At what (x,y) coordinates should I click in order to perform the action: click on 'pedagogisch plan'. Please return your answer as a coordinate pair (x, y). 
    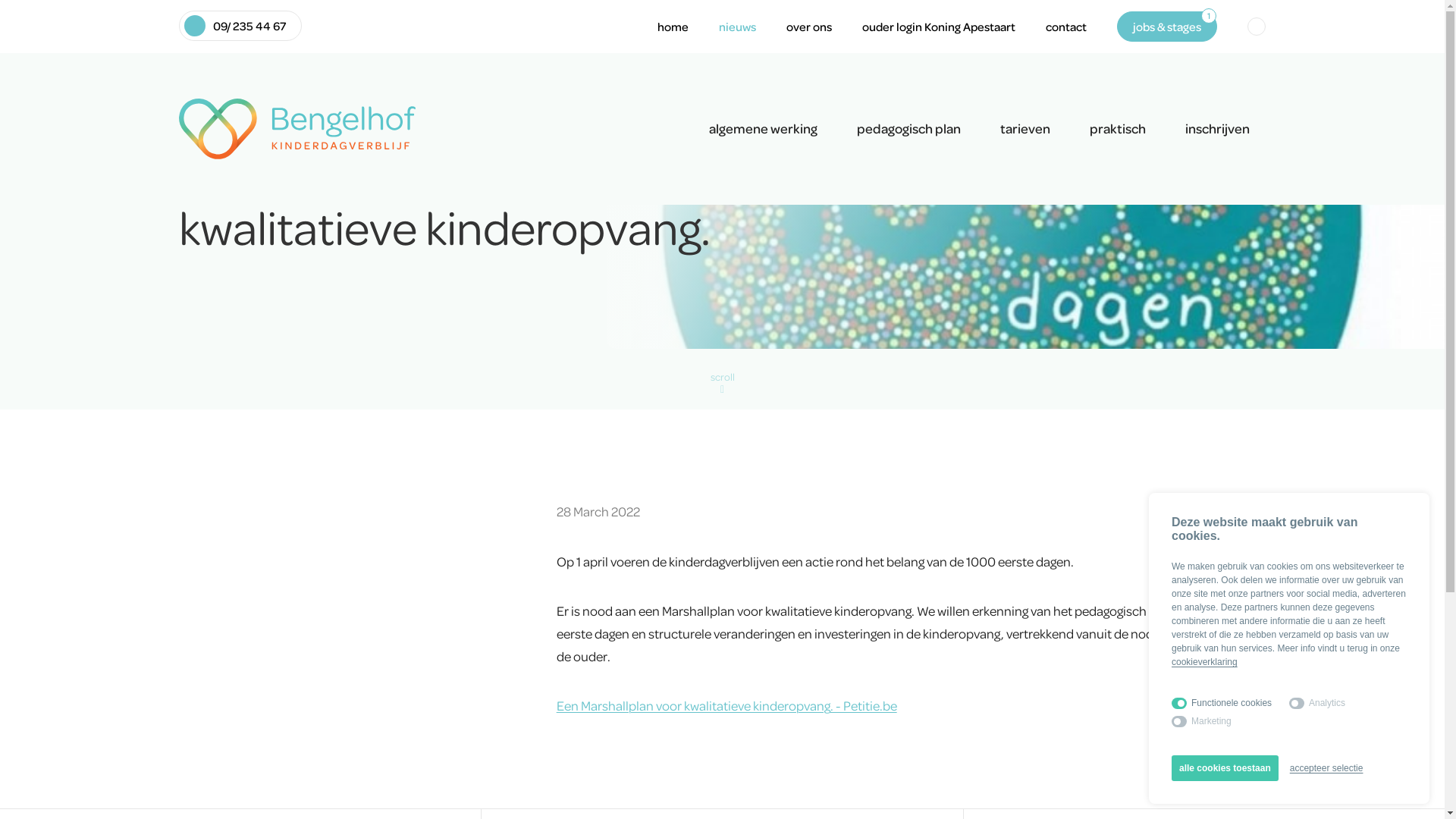
    Looking at the image, I should click on (839, 127).